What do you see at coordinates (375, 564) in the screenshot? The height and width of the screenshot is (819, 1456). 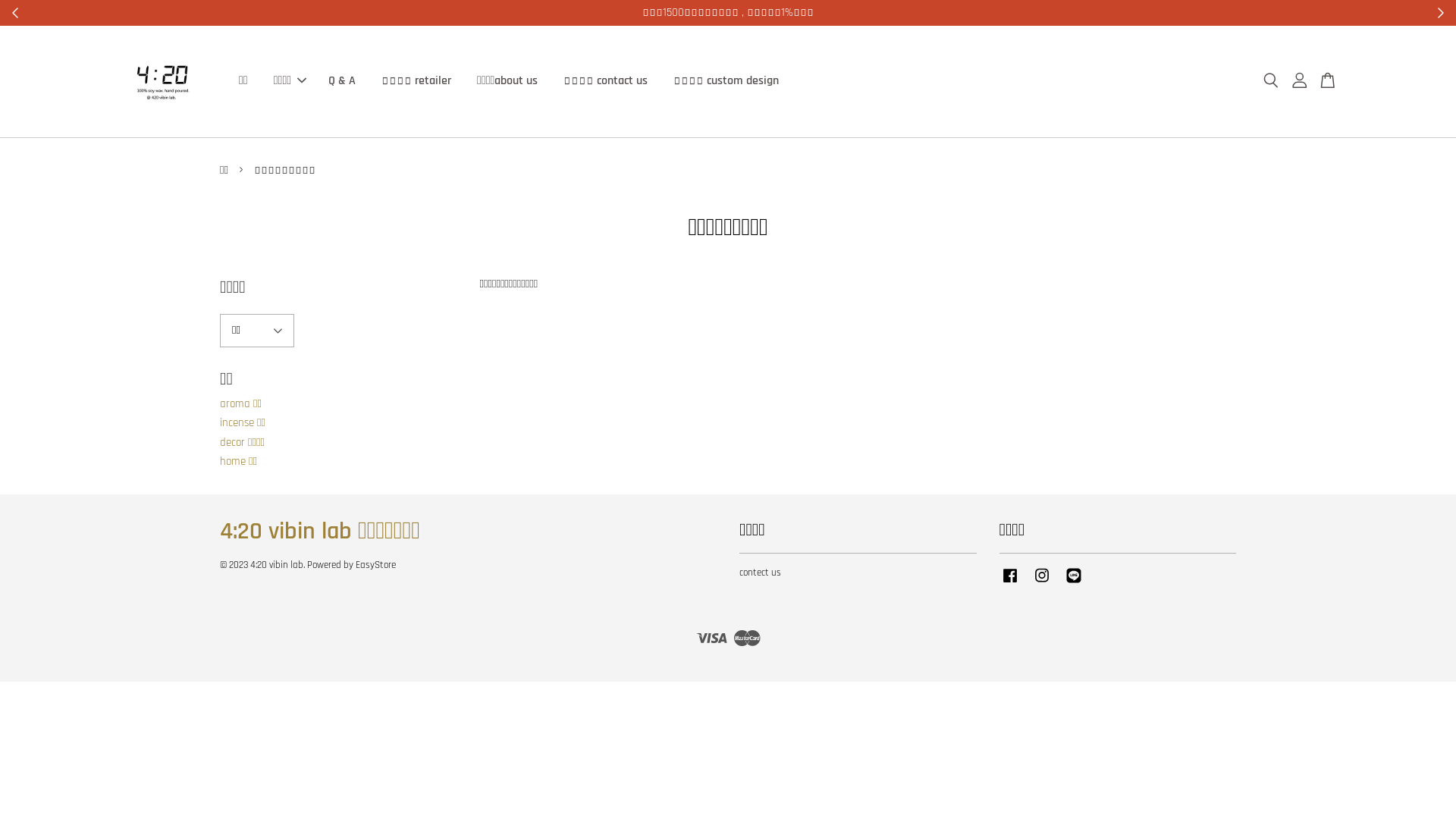 I see `'EasyStore'` at bounding box center [375, 564].